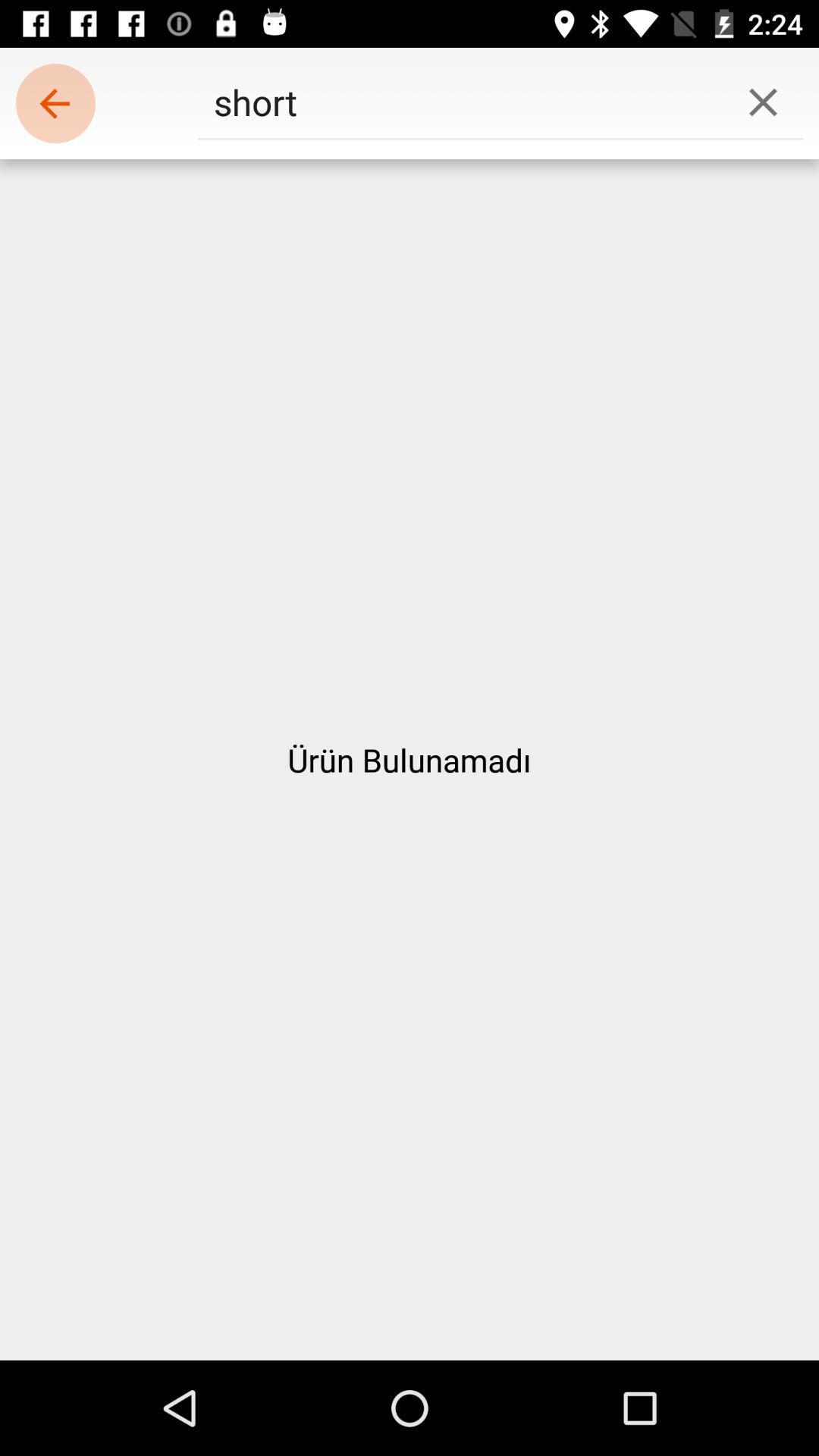 Image resolution: width=819 pixels, height=1456 pixels. What do you see at coordinates (763, 101) in the screenshot?
I see `the icon at the top right corner` at bounding box center [763, 101].